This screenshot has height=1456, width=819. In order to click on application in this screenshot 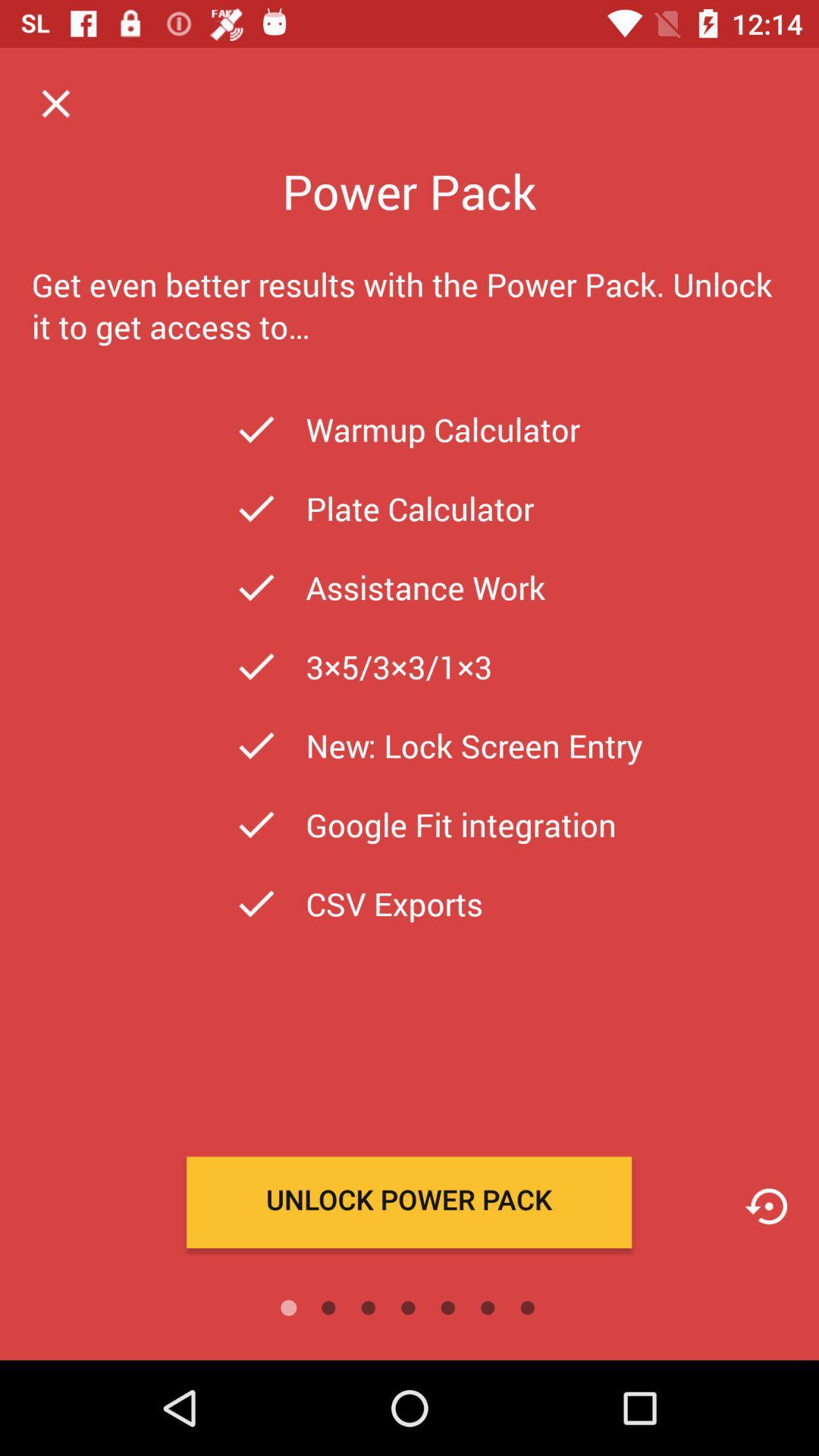, I will do `click(55, 102)`.